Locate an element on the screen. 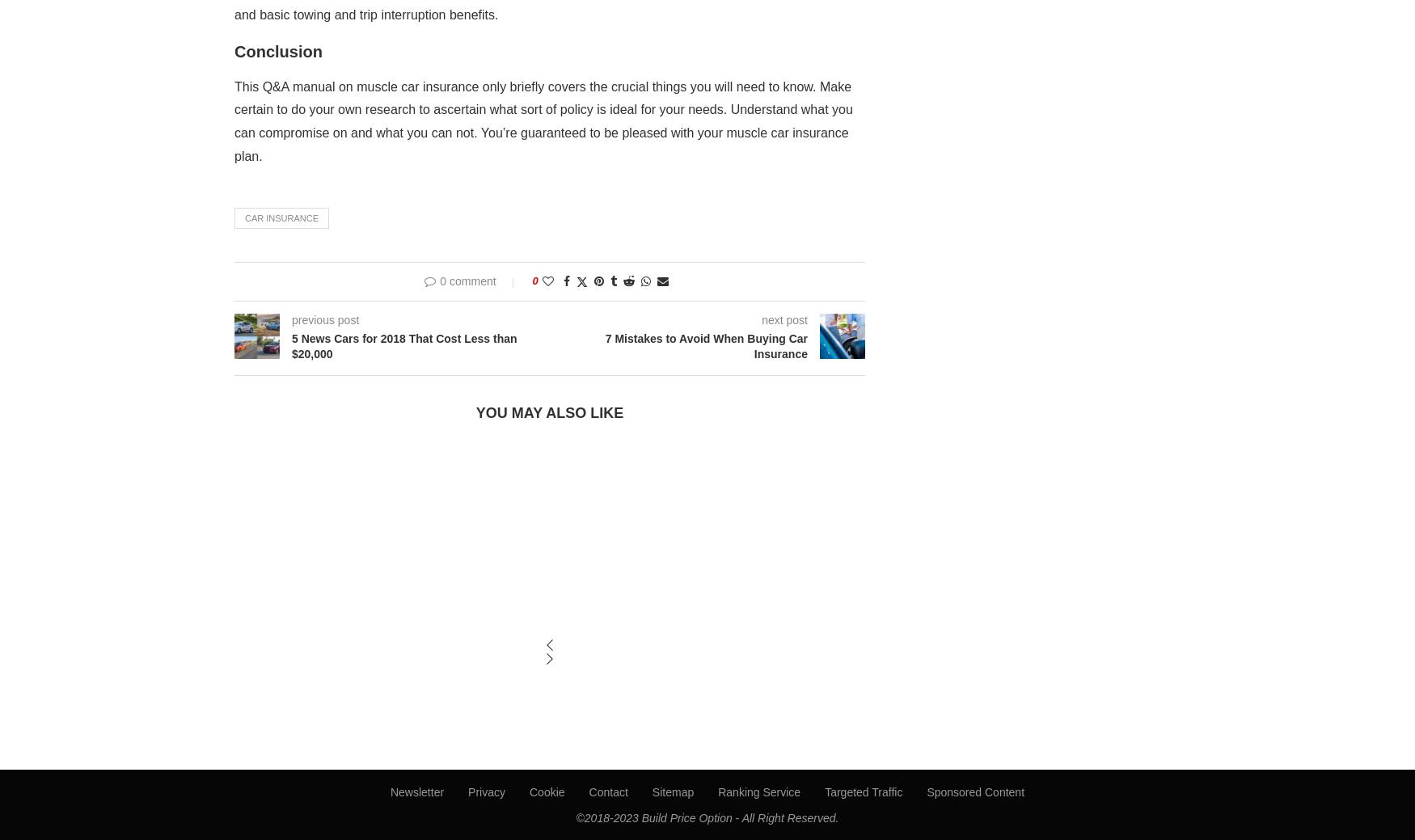 The image size is (1415, 840). 'car insurance' is located at coordinates (281, 217).